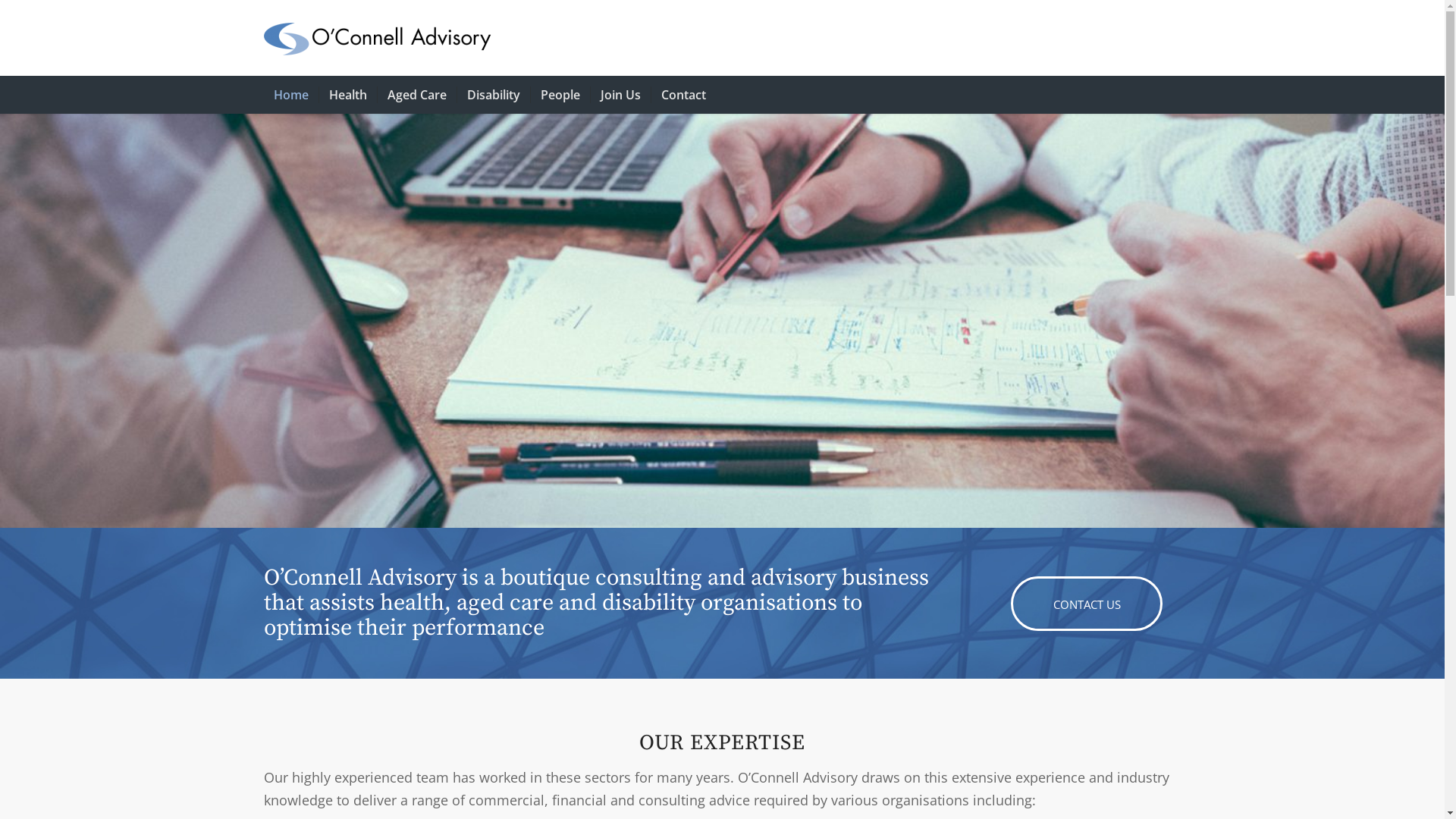  I want to click on 'People', so click(558, 94).